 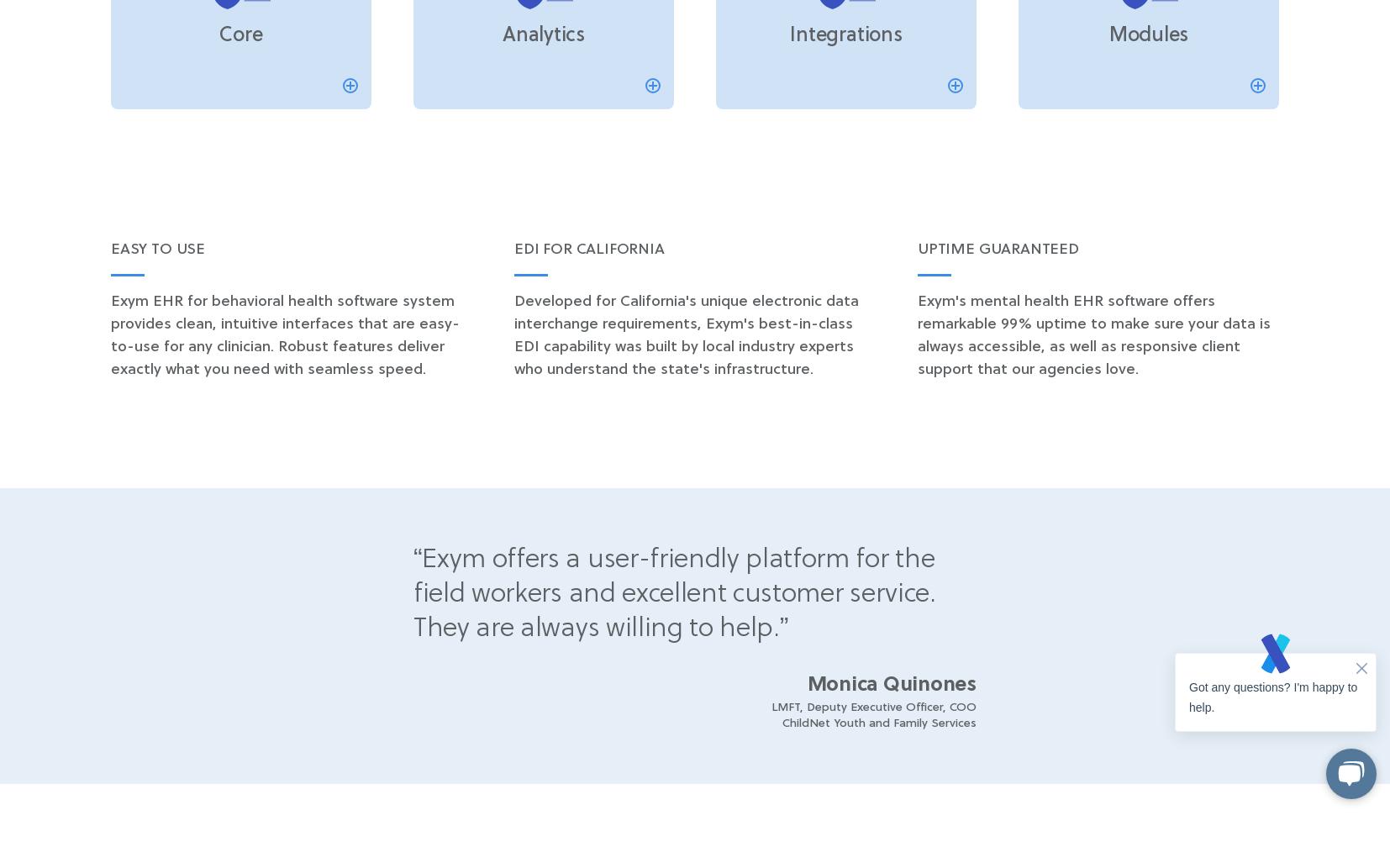 What do you see at coordinates (502, 35) in the screenshot?
I see `'Analytics'` at bounding box center [502, 35].